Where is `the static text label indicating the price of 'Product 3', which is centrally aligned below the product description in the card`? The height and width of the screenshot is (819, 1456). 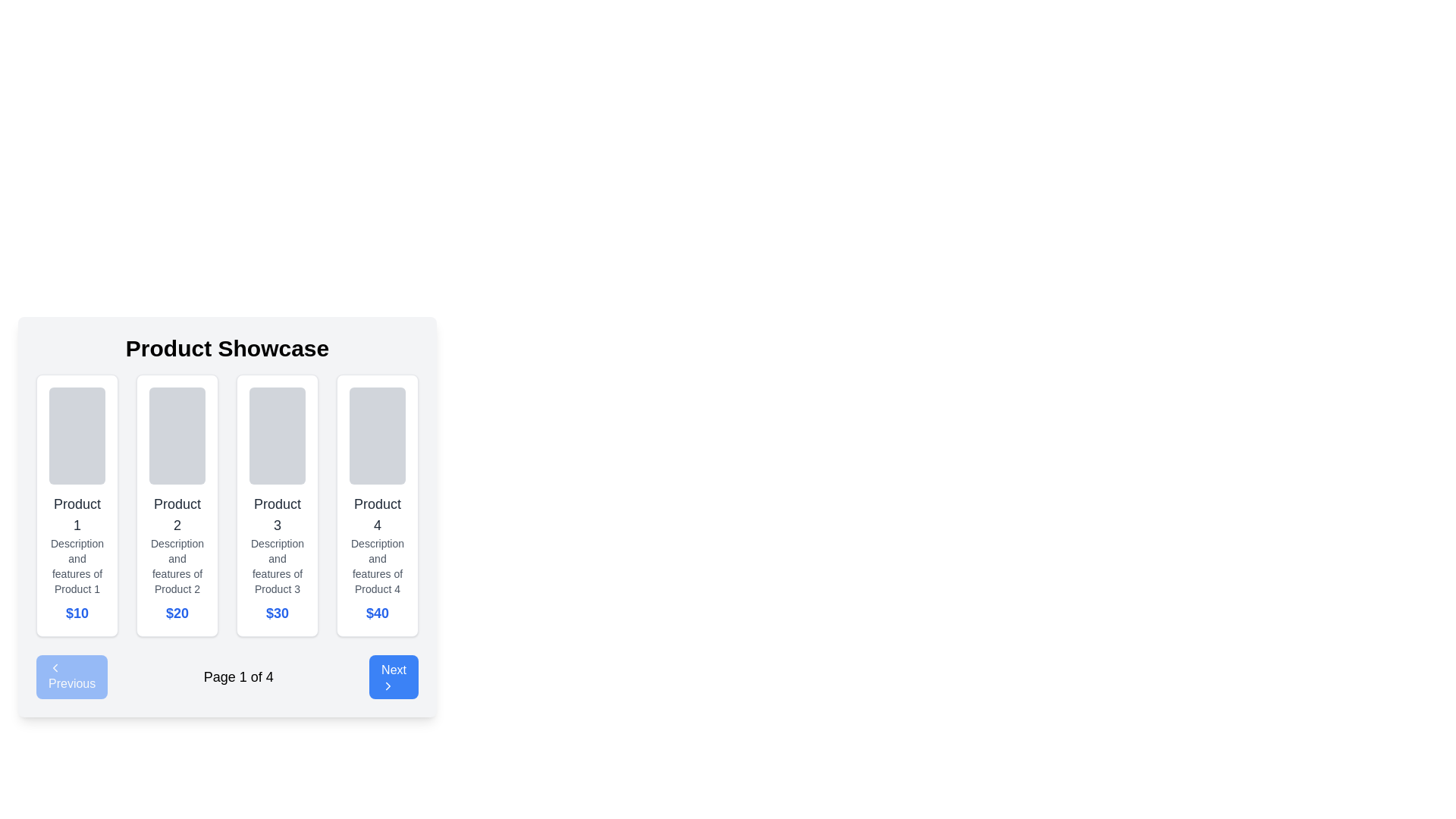 the static text label indicating the price of 'Product 3', which is centrally aligned below the product description in the card is located at coordinates (277, 613).